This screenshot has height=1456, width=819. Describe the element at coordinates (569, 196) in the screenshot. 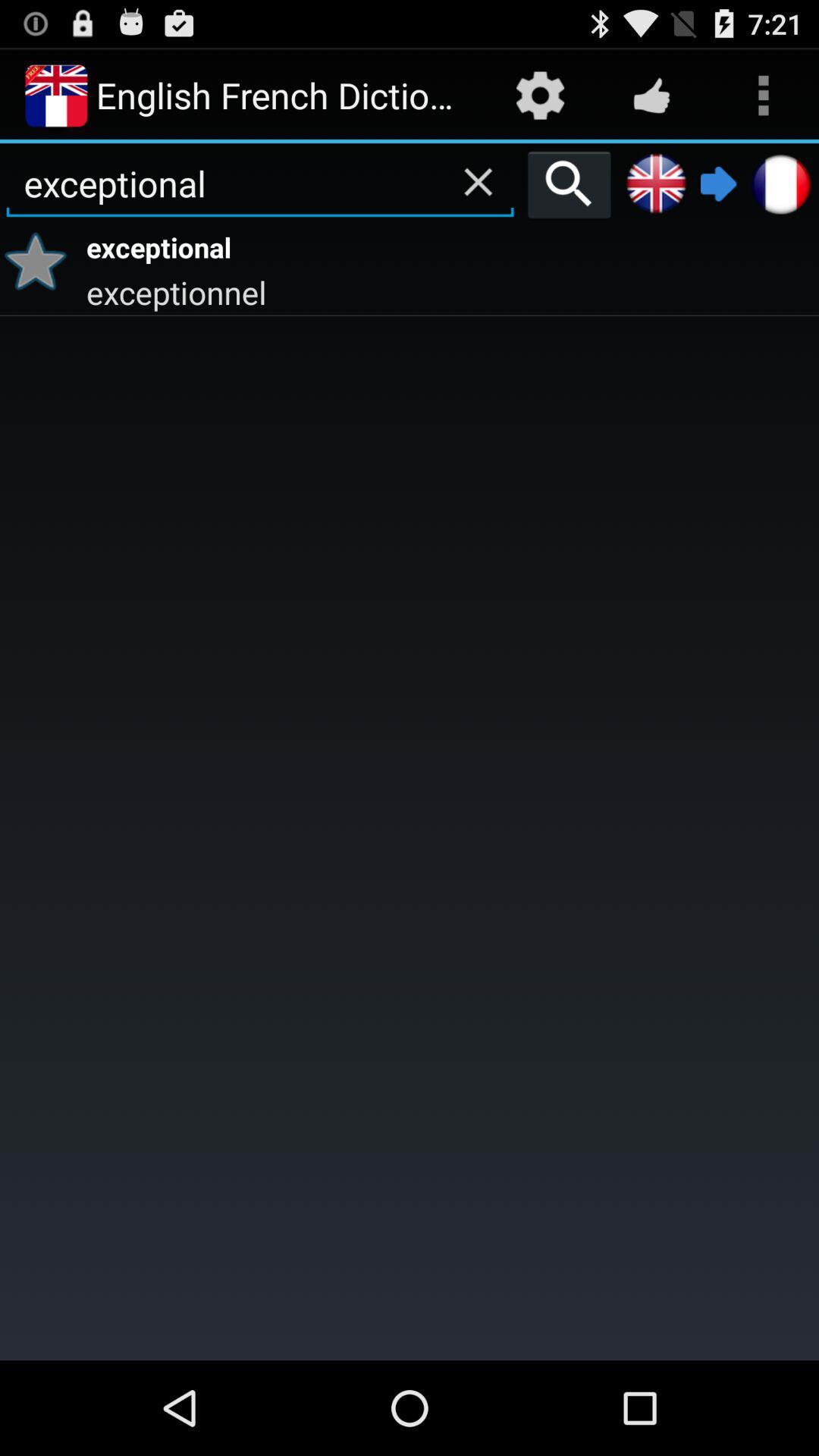

I see `the search icon` at that location.